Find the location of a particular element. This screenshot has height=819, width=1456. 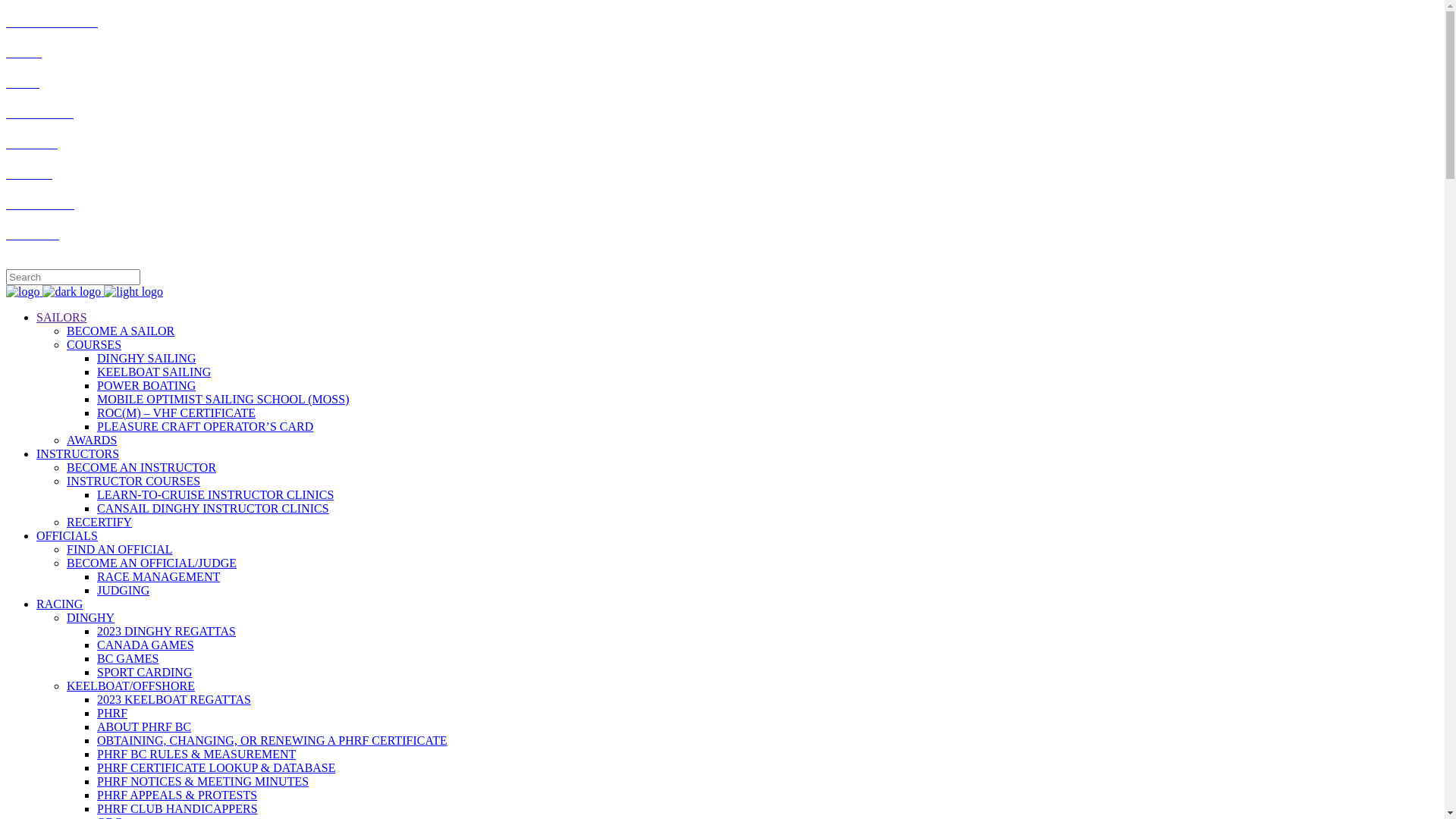

'KEELBOAT/OFFSHORE' is located at coordinates (130, 686).